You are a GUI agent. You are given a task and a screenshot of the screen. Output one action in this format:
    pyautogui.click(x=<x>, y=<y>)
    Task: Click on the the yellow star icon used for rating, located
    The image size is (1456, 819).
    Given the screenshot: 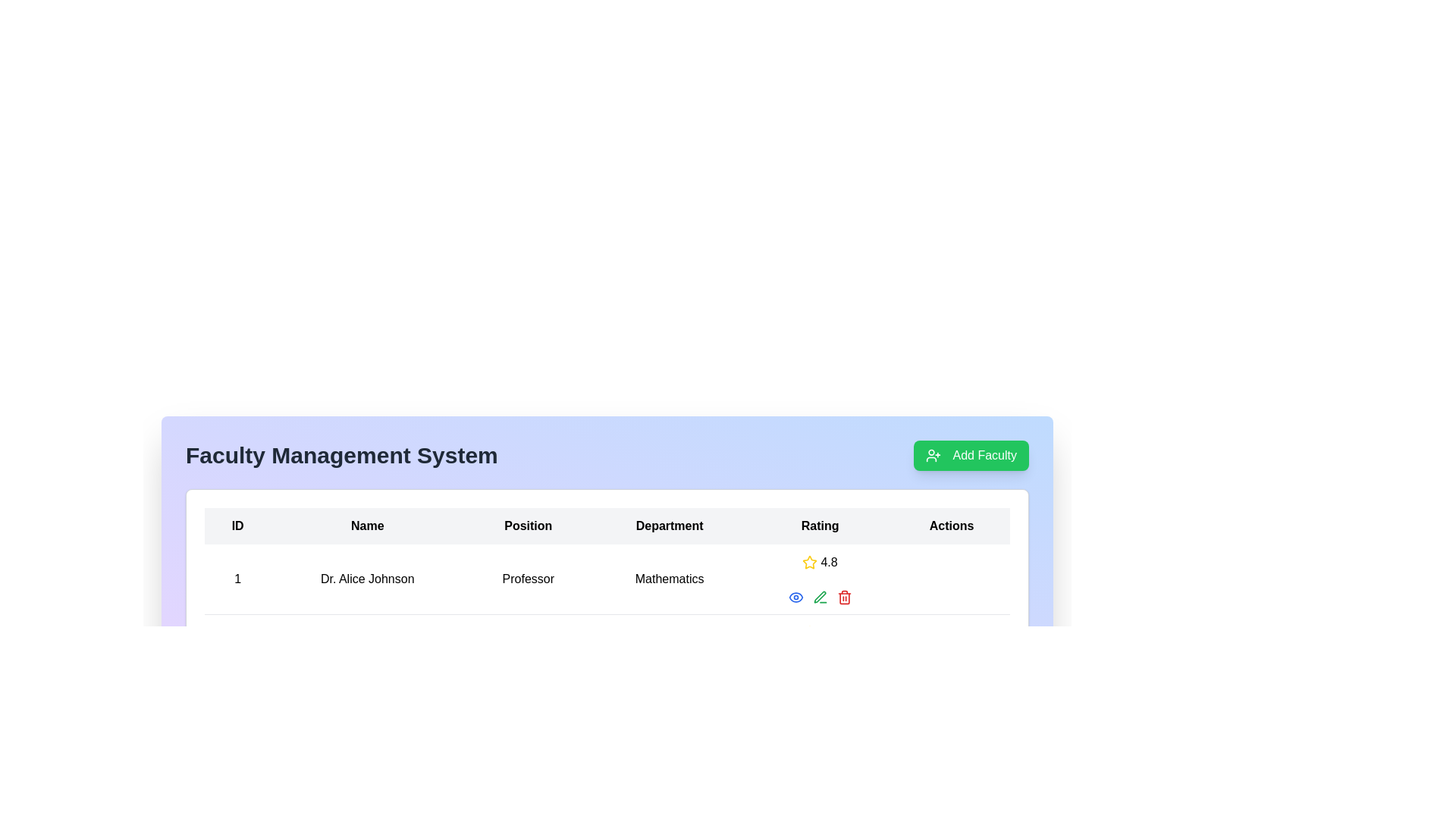 What is the action you would take?
    pyautogui.click(x=809, y=562)
    